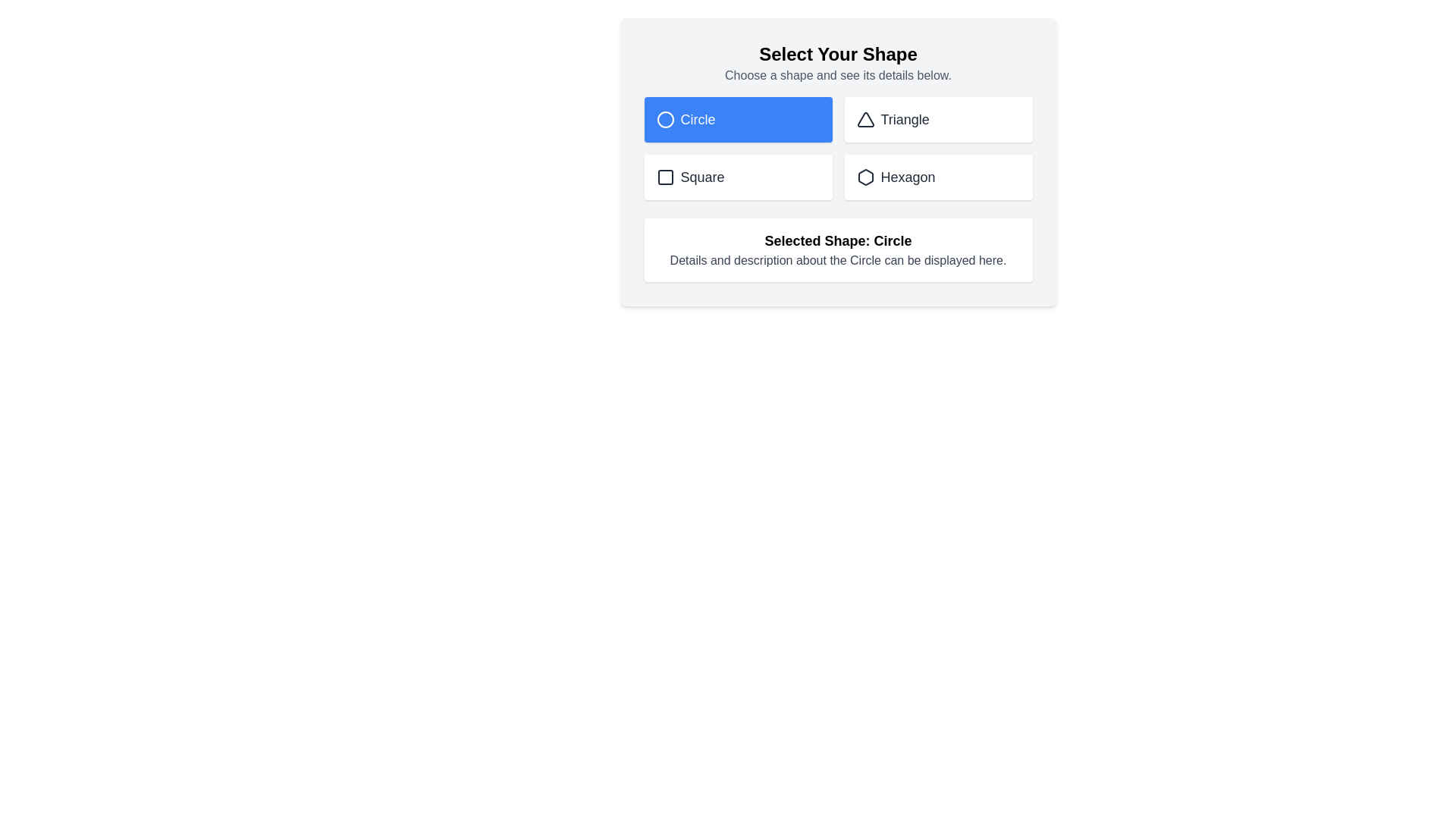 The height and width of the screenshot is (819, 1456). Describe the element at coordinates (665, 177) in the screenshot. I see `the 'Square' shape icon, which is the first component of the button labeled 'Square' in the shape selector grid` at that location.